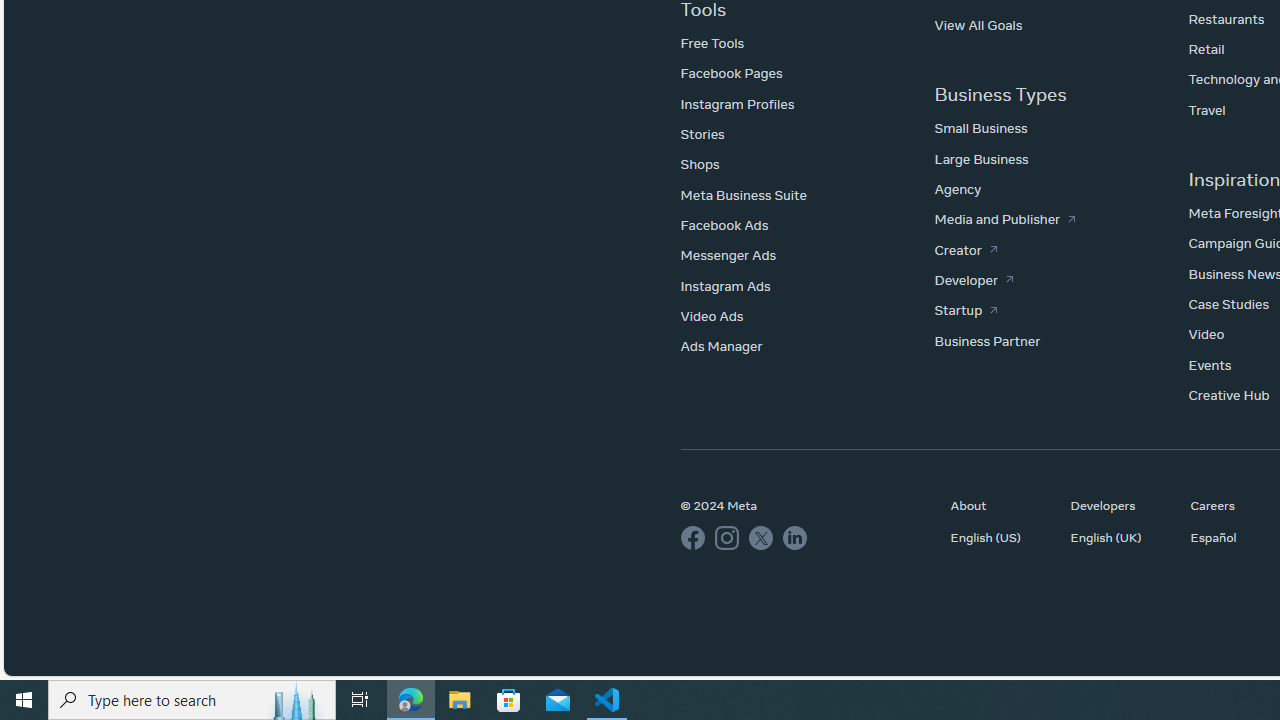 This screenshot has width=1280, height=720. What do you see at coordinates (712, 42) in the screenshot?
I see `'Free Tools'` at bounding box center [712, 42].